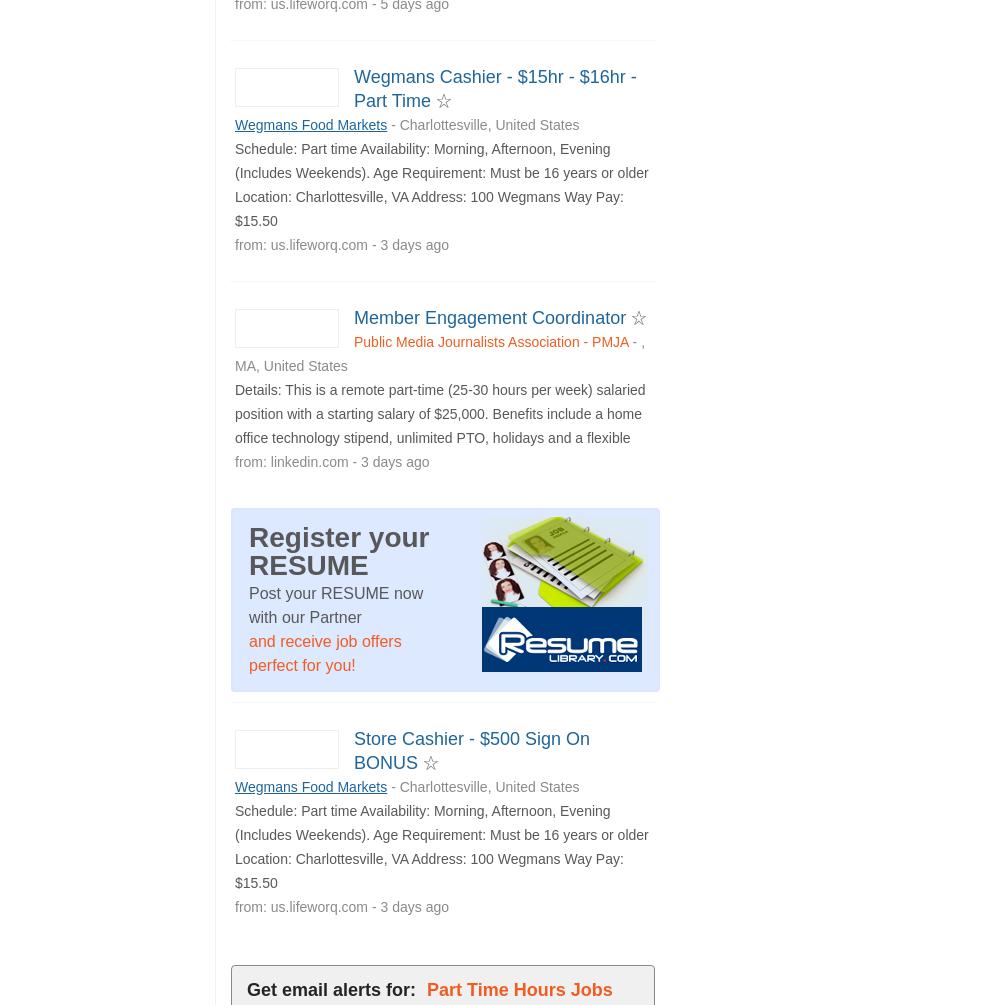  Describe the element at coordinates (472, 750) in the screenshot. I see `'Store Cashier - $500 Sign On BONUS'` at that location.